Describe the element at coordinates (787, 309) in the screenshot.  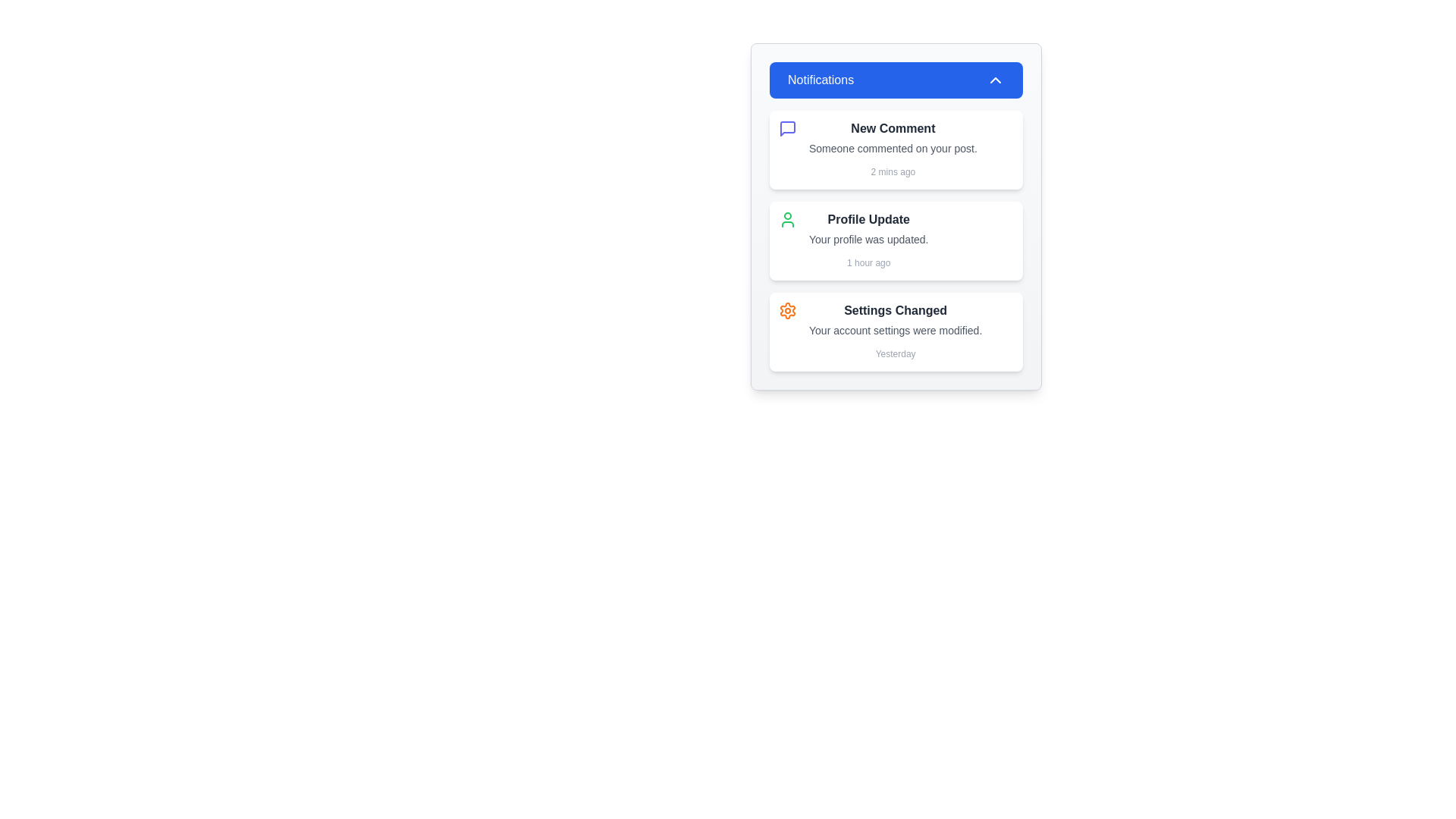
I see `the primary gear-shaped icon in the 'Settings Changed' notification block` at that location.